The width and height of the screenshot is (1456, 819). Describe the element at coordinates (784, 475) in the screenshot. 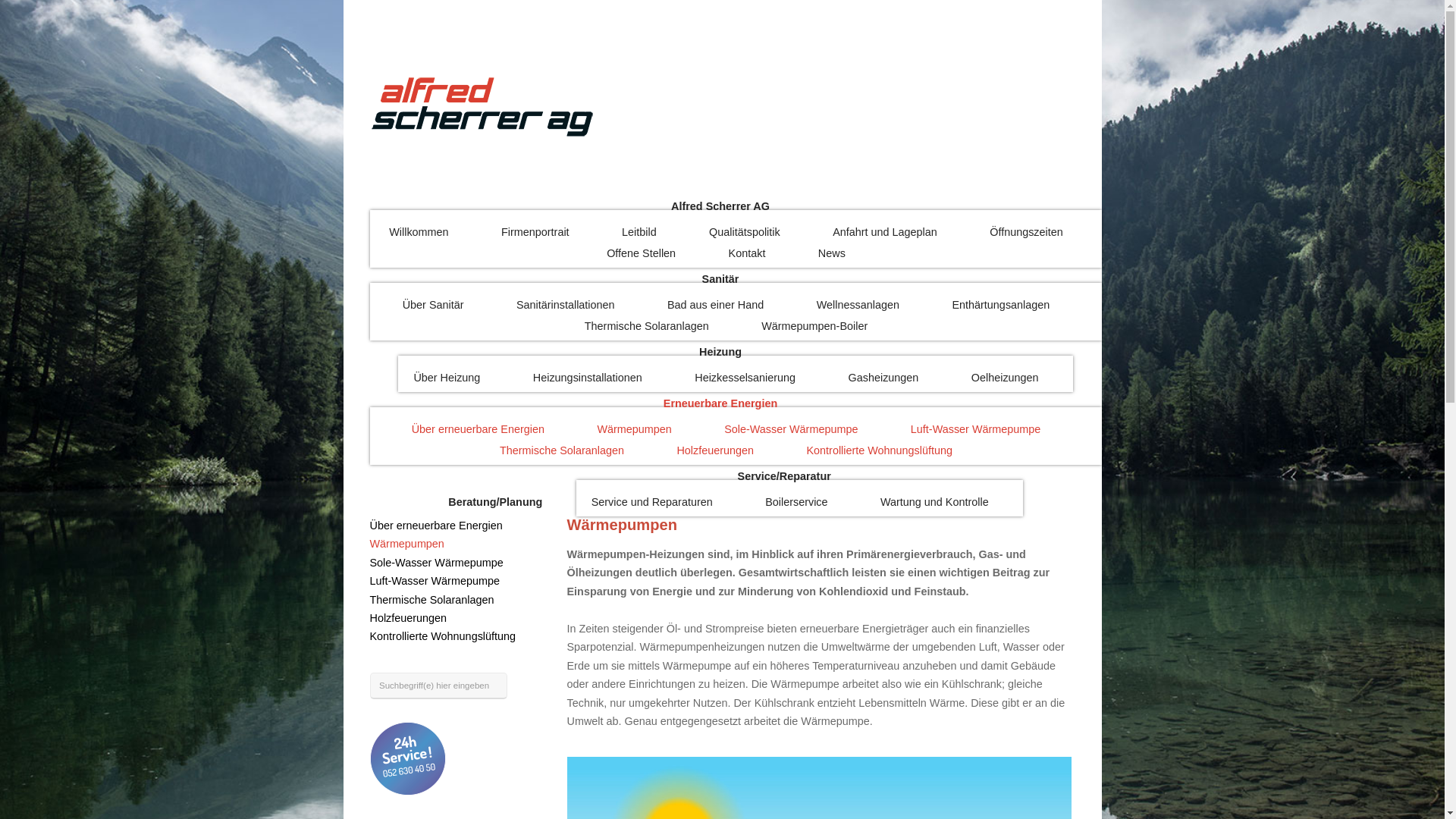

I see `'Service/Reparatur'` at that location.